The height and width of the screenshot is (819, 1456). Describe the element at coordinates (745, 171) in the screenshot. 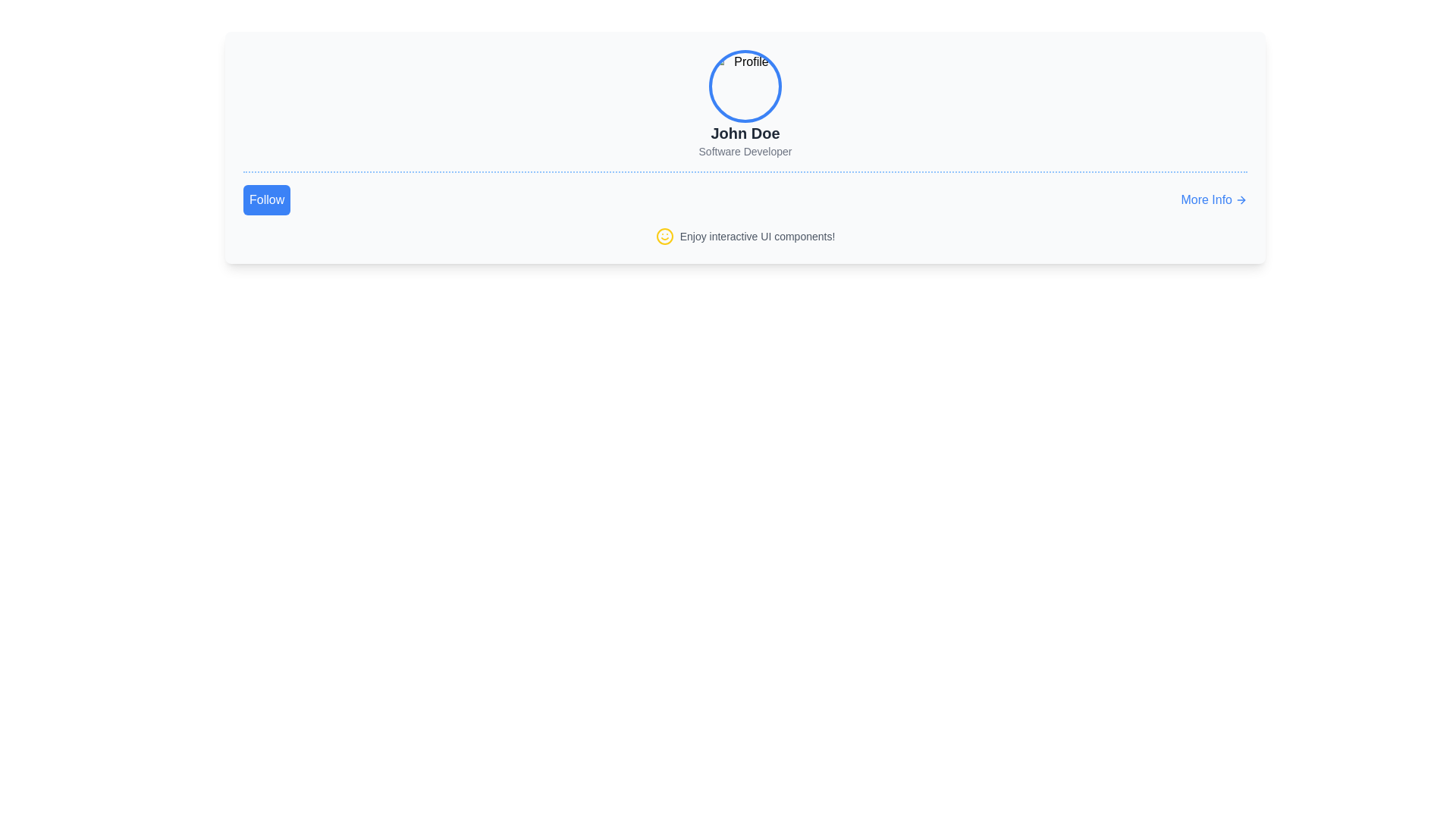

I see `the Divider element located underneath the 'Software Developer' text and above the 'Follow' and 'More Info' button row` at that location.